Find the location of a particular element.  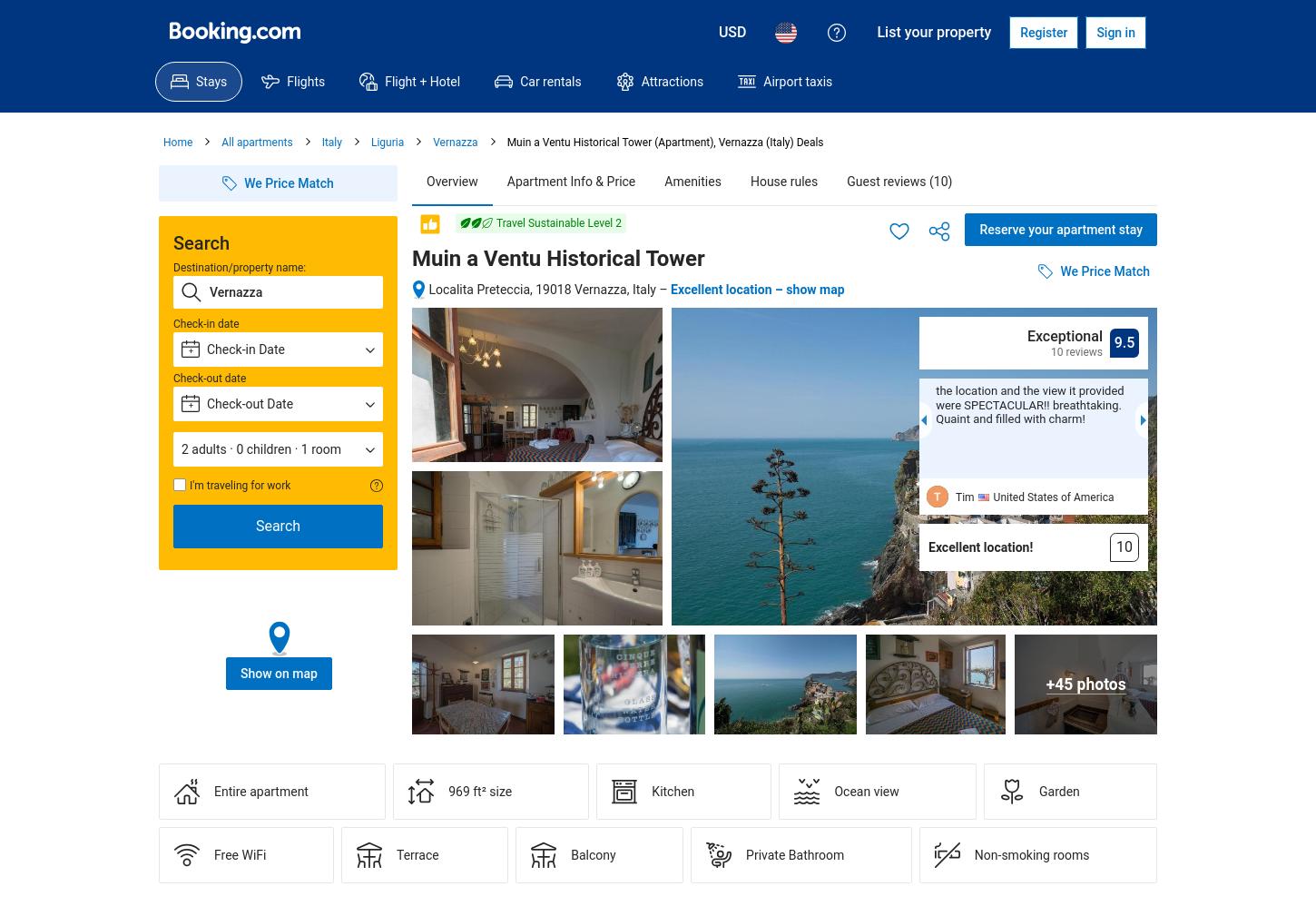

'9.5' is located at coordinates (1113, 341).